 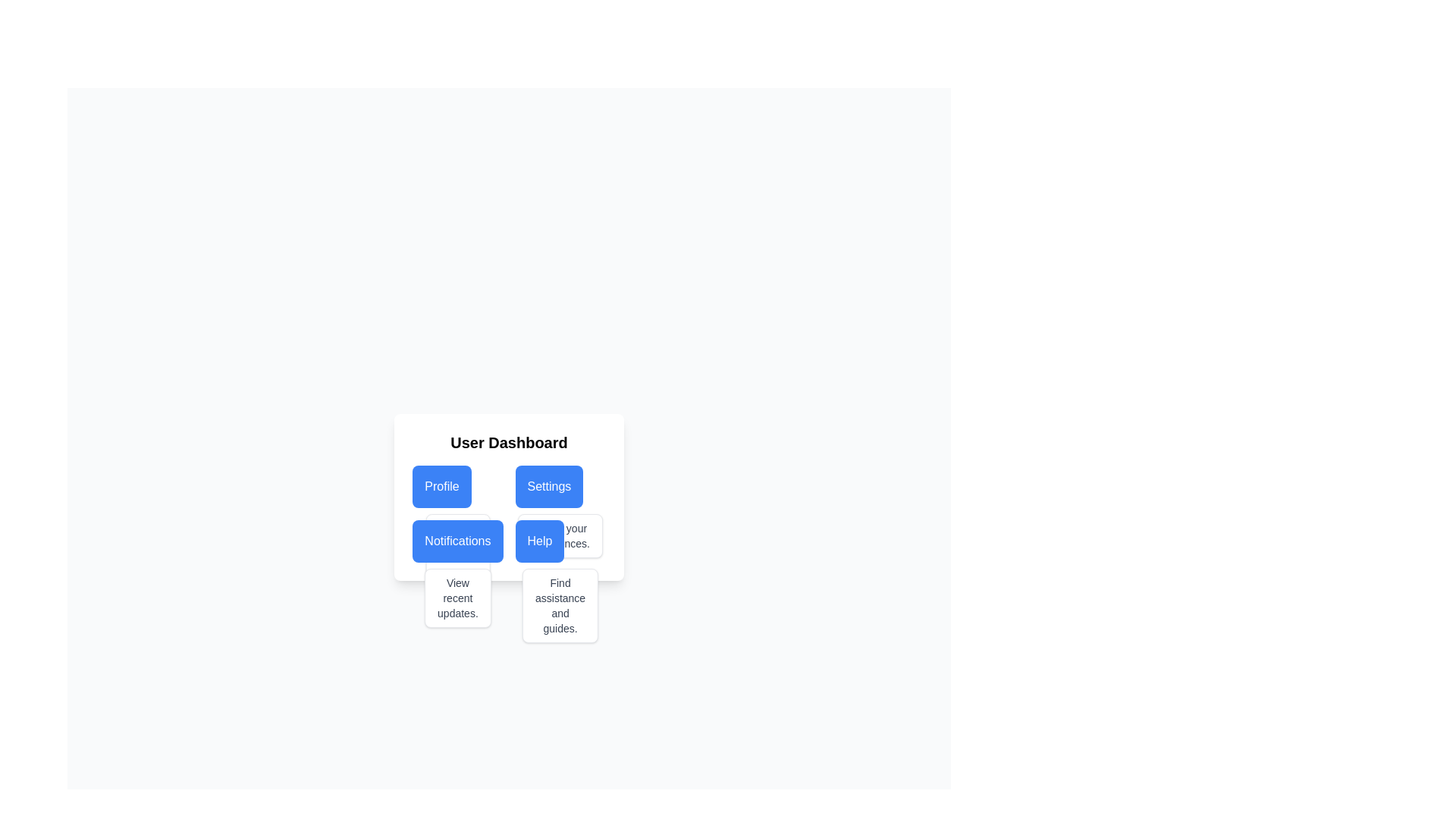 What do you see at coordinates (457, 486) in the screenshot?
I see `the 'Profile' button with a blue background and white text located in the top-left quadrant of the grid under 'User Dashboard'` at bounding box center [457, 486].